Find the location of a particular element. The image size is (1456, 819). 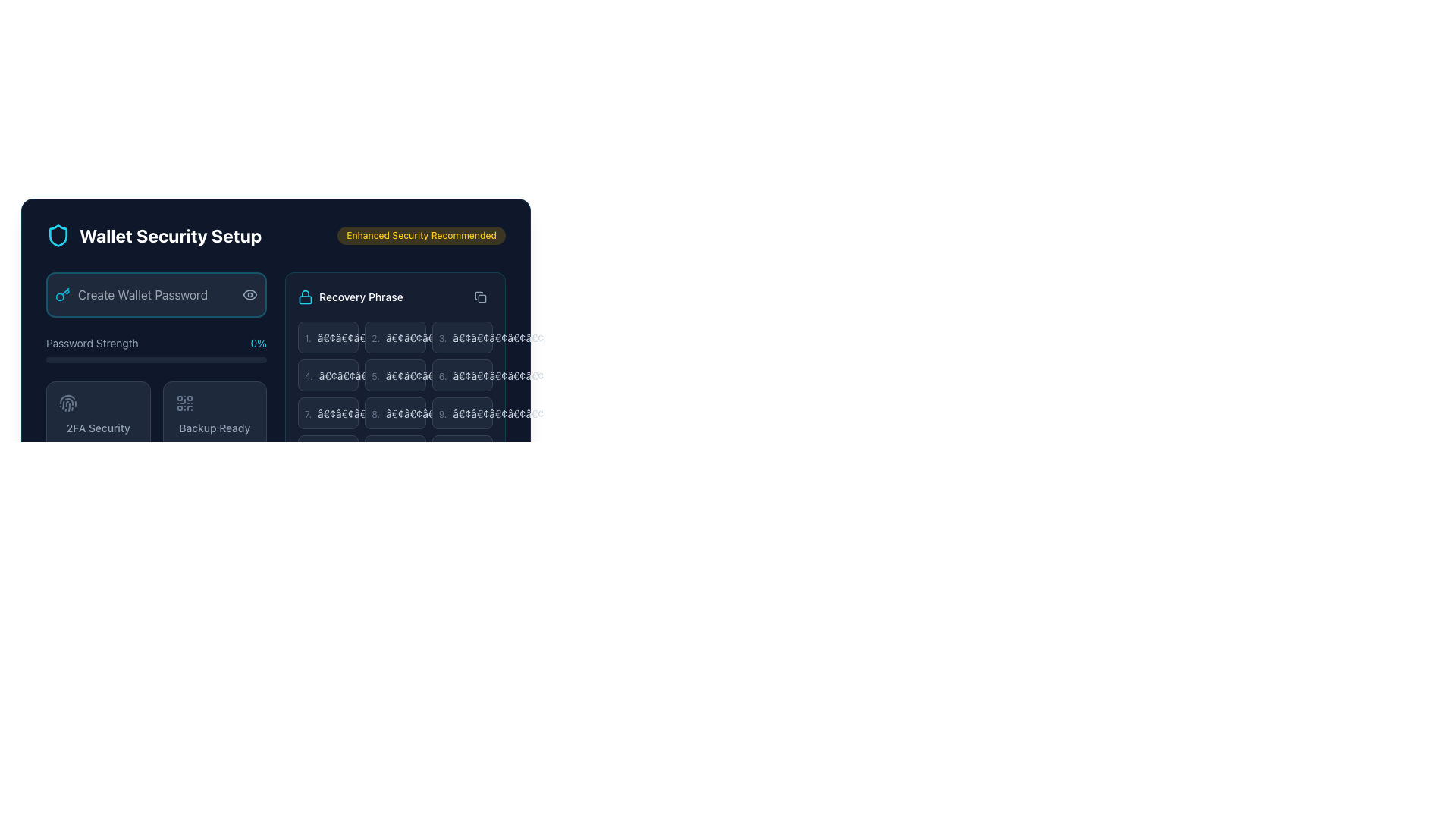

the text element displaying 'Wallet Security Setup' in bold white font, which is centrally placed next to a shield icon on a dark background is located at coordinates (171, 236).